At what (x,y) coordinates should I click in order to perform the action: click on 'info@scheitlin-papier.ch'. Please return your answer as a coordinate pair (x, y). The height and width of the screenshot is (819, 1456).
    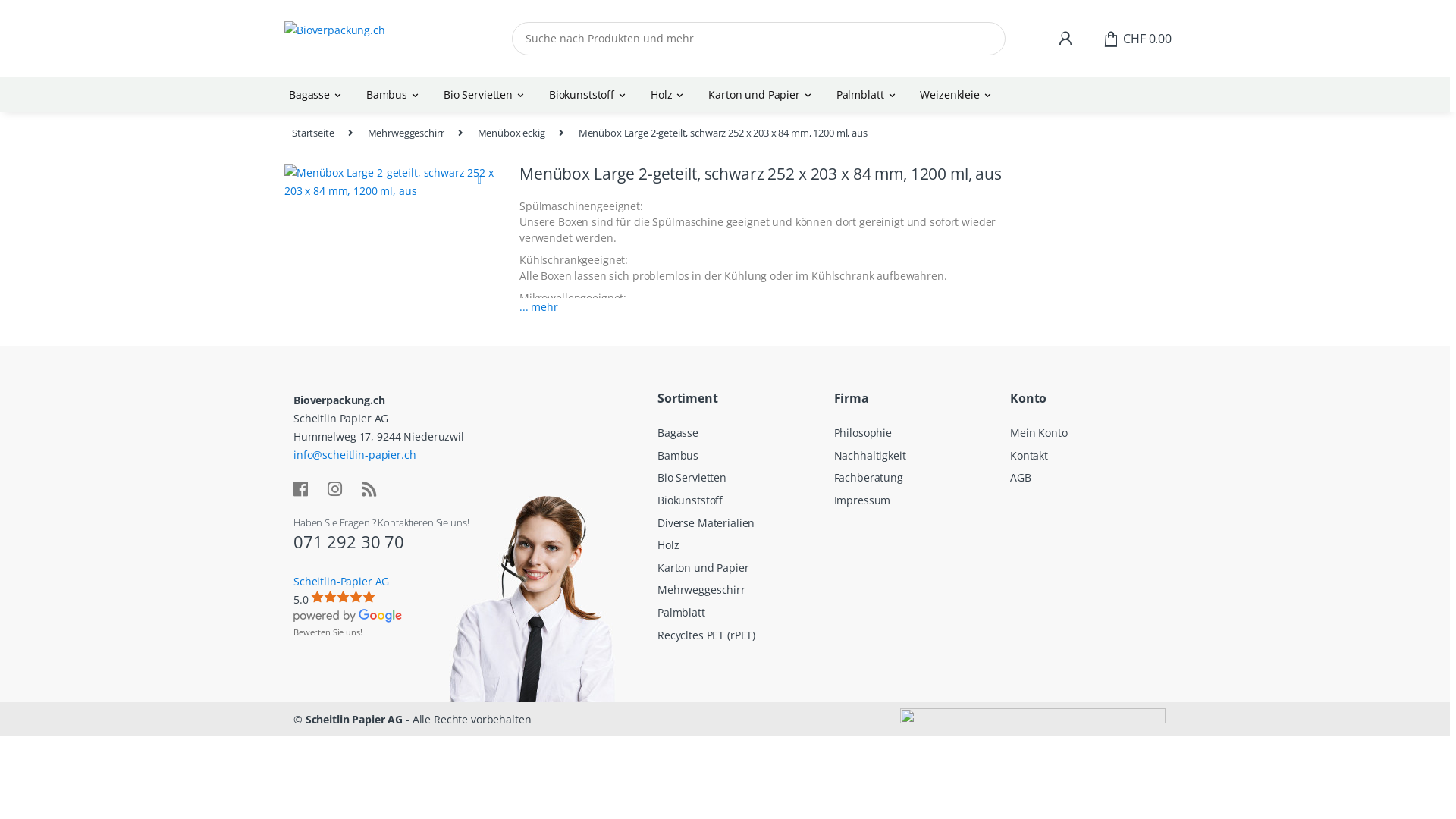
    Looking at the image, I should click on (293, 453).